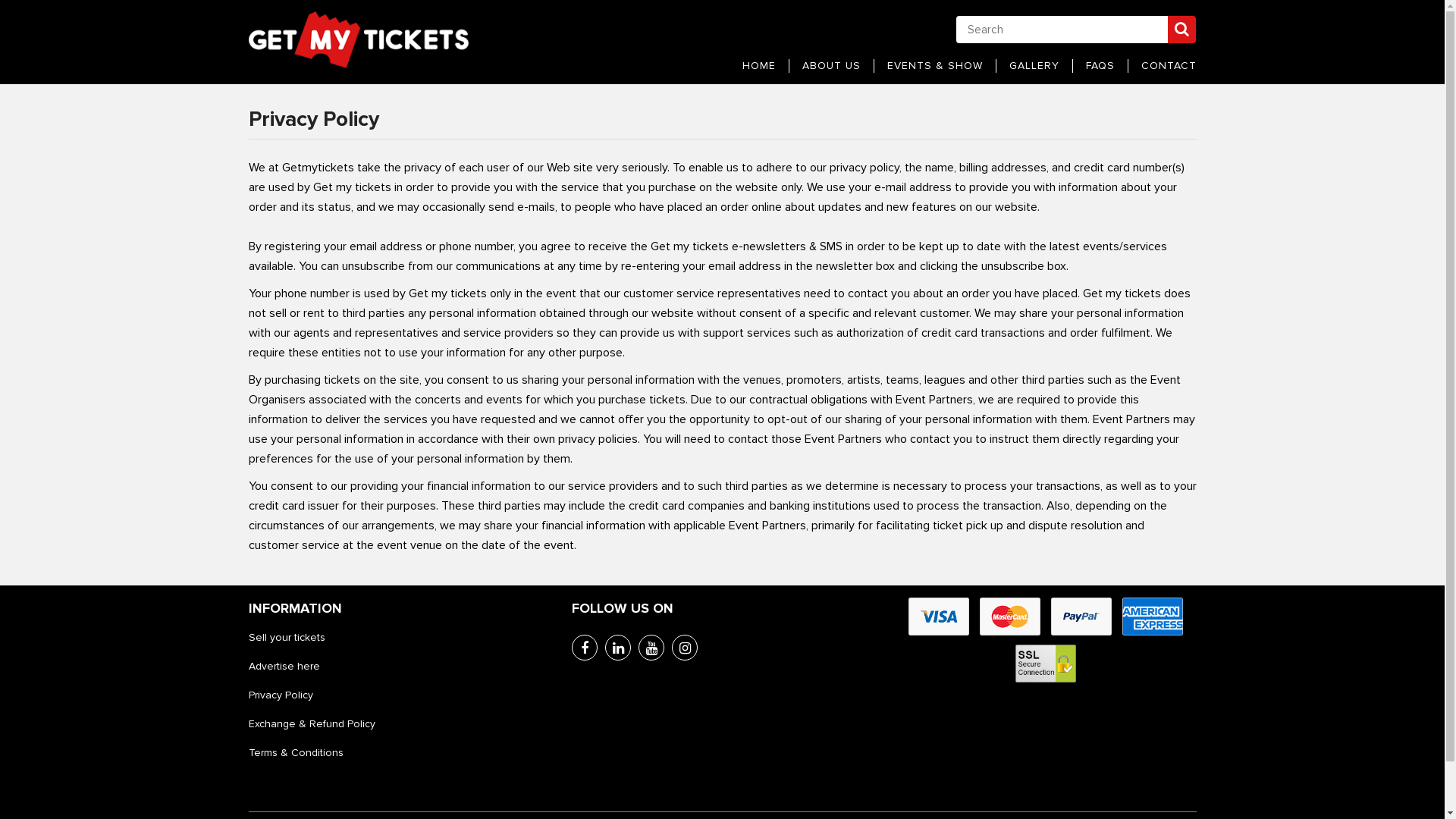 This screenshot has height=819, width=1456. What do you see at coordinates (248, 666) in the screenshot?
I see `'Advertise here'` at bounding box center [248, 666].